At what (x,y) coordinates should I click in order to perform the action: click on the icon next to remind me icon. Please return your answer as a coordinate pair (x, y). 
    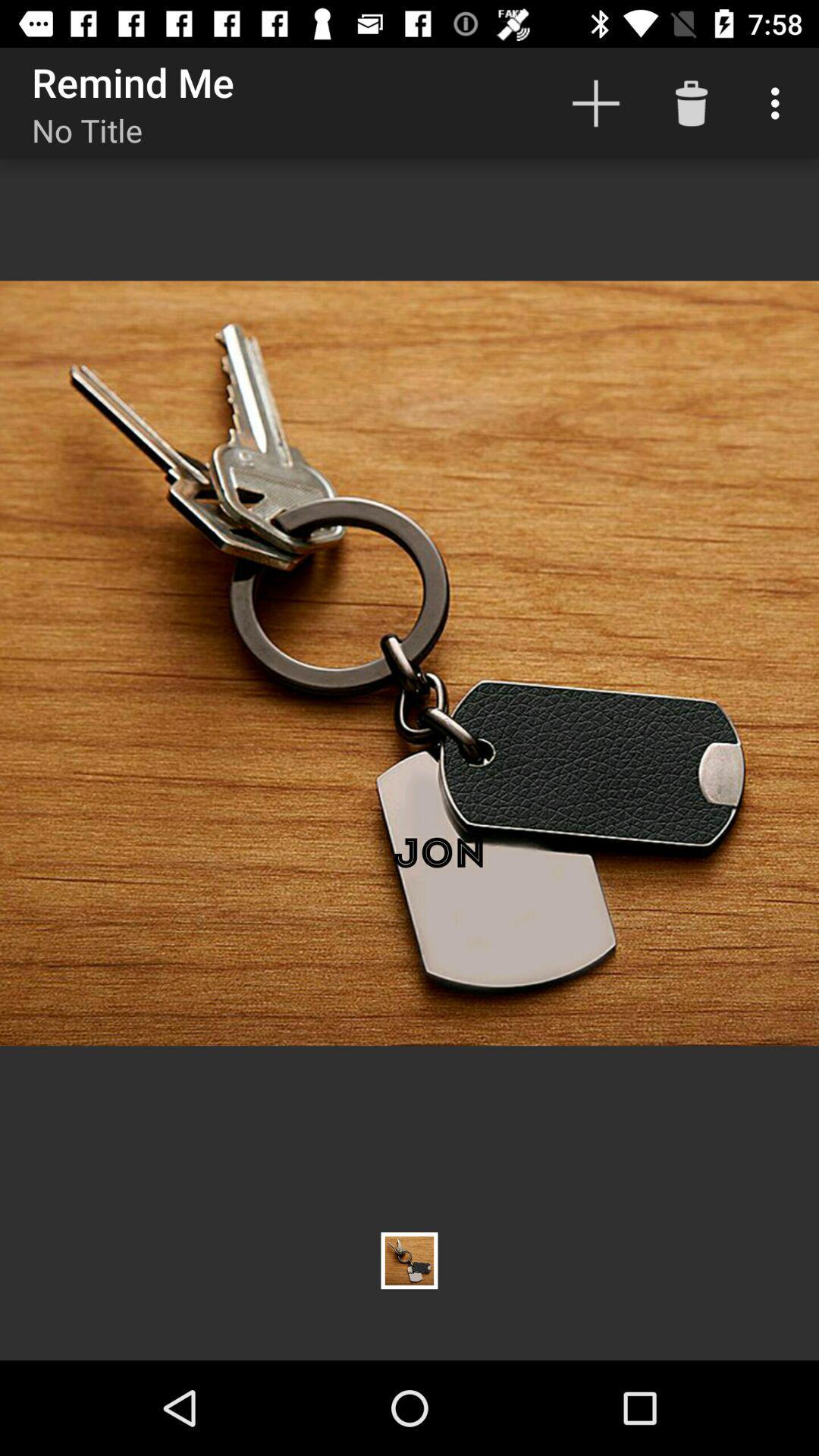
    Looking at the image, I should click on (595, 102).